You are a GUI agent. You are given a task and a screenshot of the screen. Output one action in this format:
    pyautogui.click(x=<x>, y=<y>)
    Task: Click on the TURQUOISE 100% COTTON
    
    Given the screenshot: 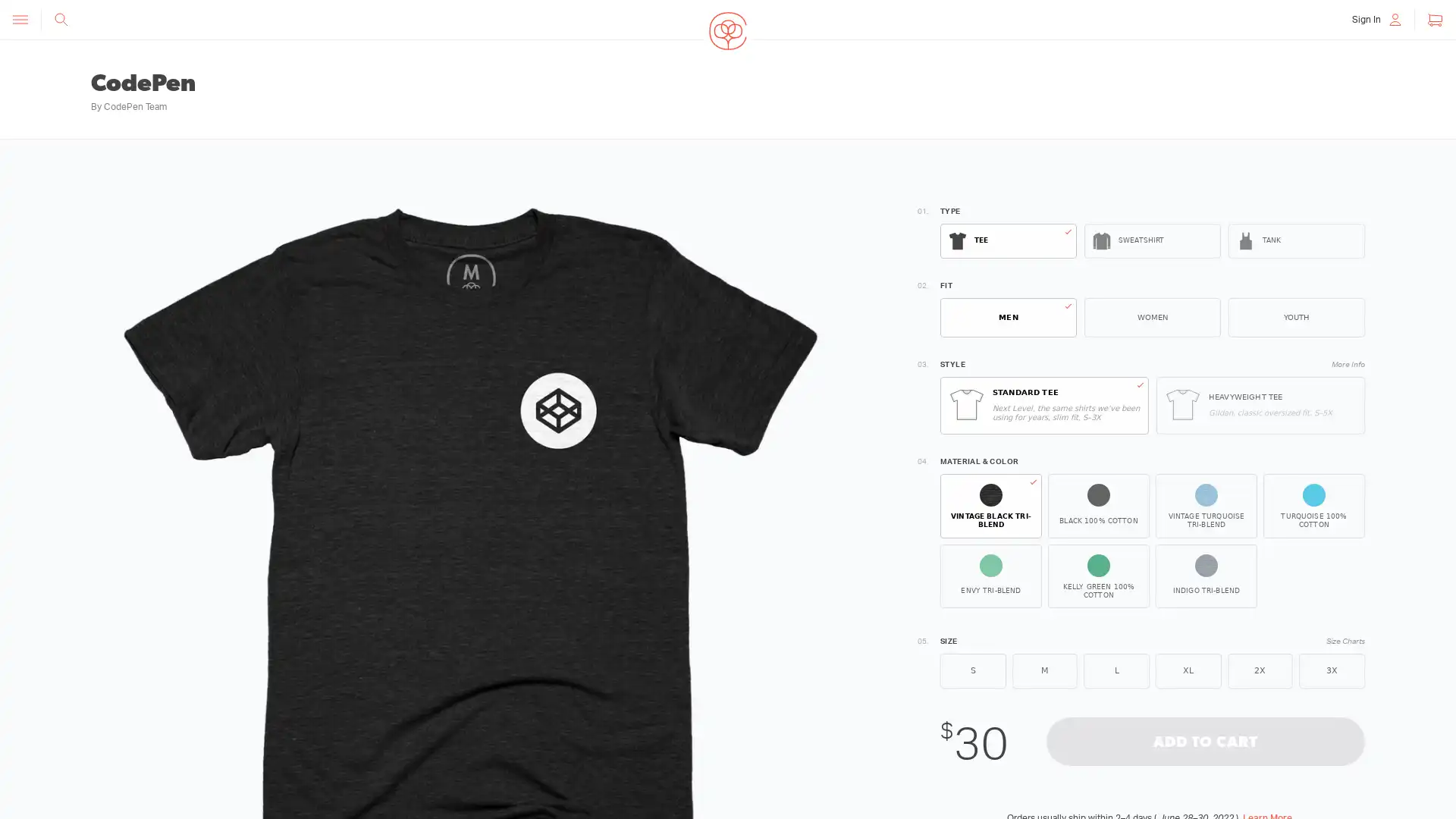 What is the action you would take?
    pyautogui.click(x=1313, y=506)
    